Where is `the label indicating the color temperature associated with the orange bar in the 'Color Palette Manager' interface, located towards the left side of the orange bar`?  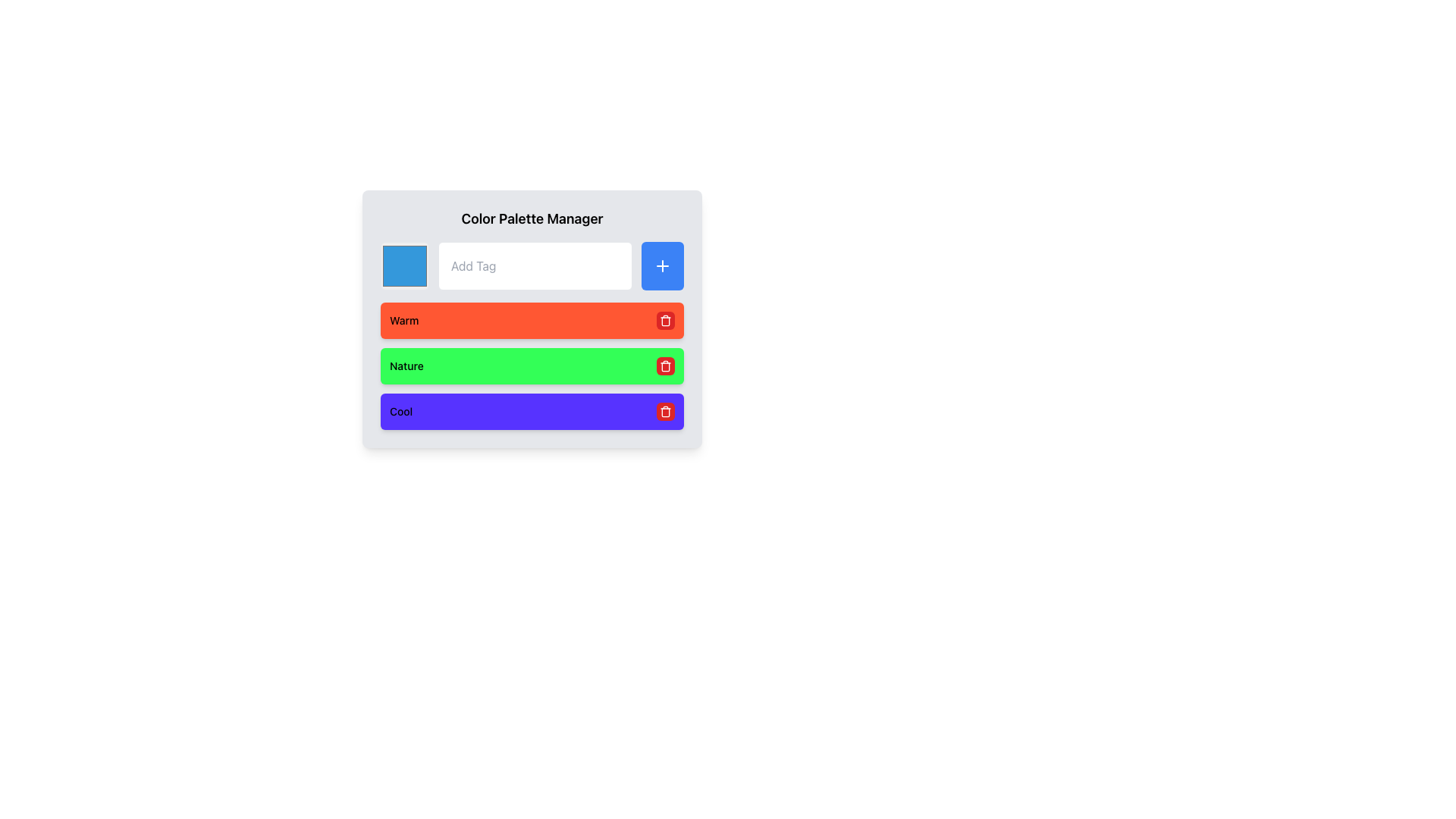 the label indicating the color temperature associated with the orange bar in the 'Color Palette Manager' interface, located towards the left side of the orange bar is located at coordinates (404, 320).